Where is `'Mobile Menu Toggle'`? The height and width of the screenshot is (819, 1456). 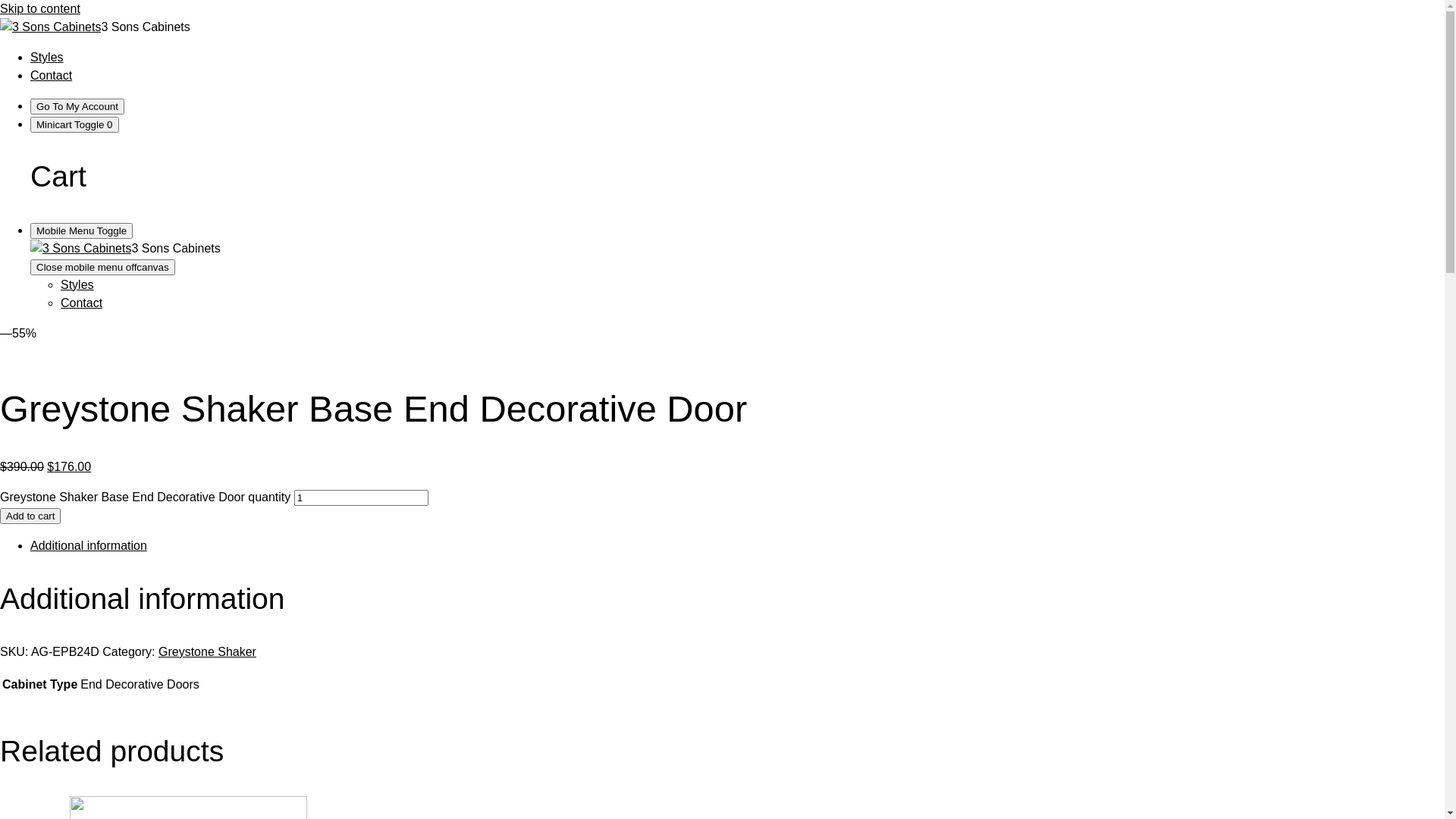 'Mobile Menu Toggle' is located at coordinates (80, 231).